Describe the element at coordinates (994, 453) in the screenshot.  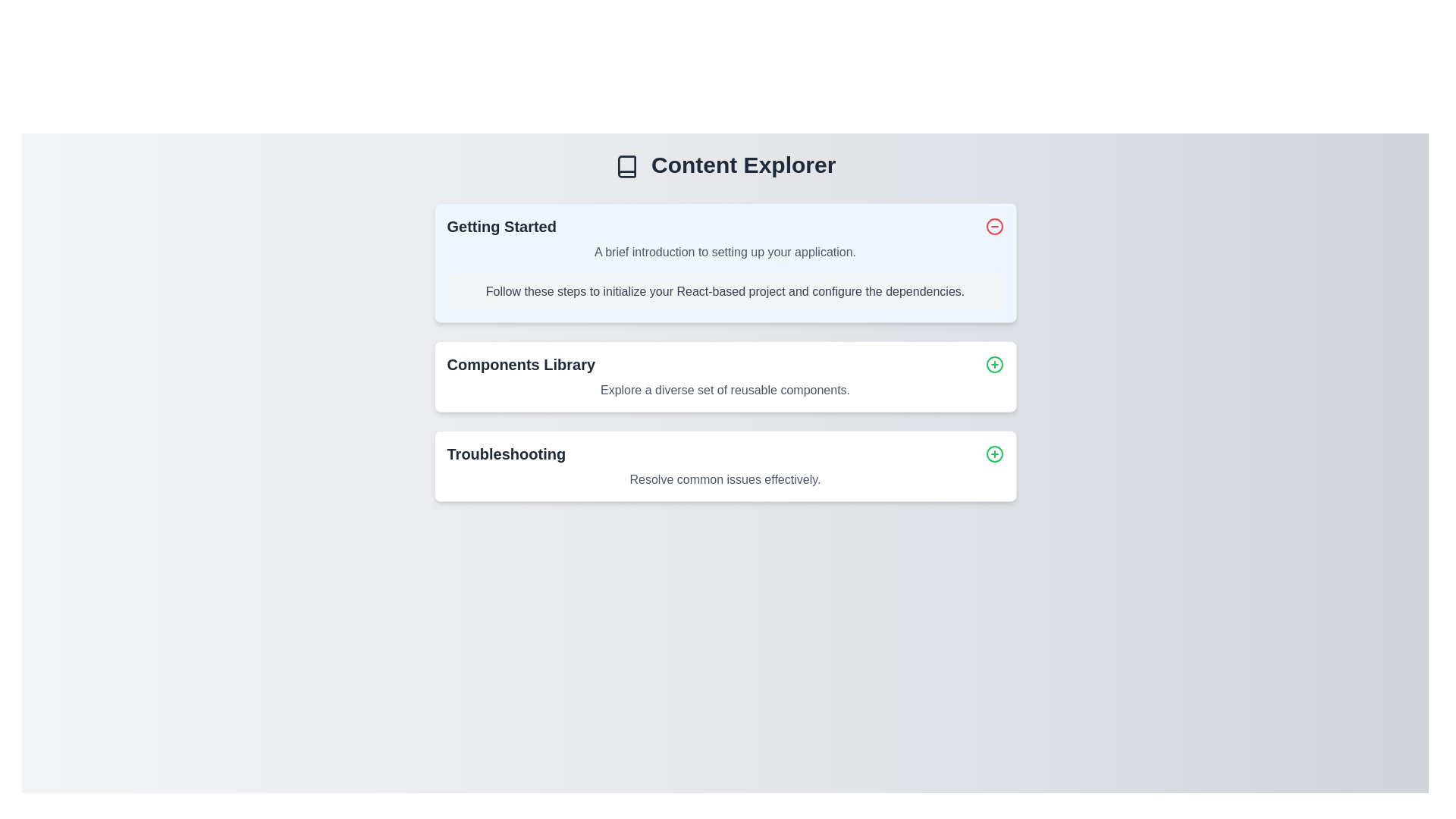
I see `the circular green-bordered icon indicating the 'Troubleshooting' option for additional information` at that location.